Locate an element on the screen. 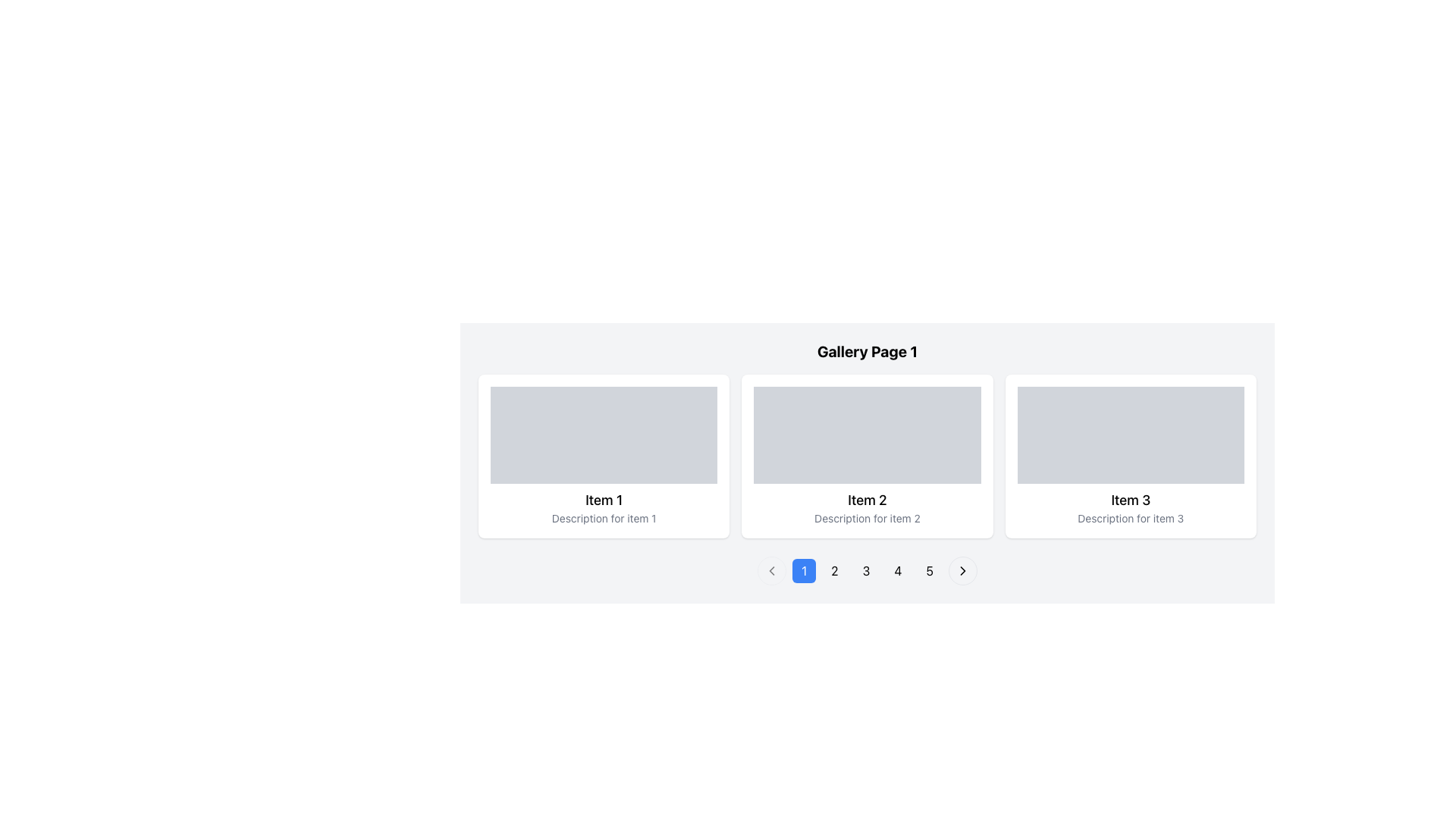  the first pagination button located beneath the gallery items is located at coordinates (803, 570).